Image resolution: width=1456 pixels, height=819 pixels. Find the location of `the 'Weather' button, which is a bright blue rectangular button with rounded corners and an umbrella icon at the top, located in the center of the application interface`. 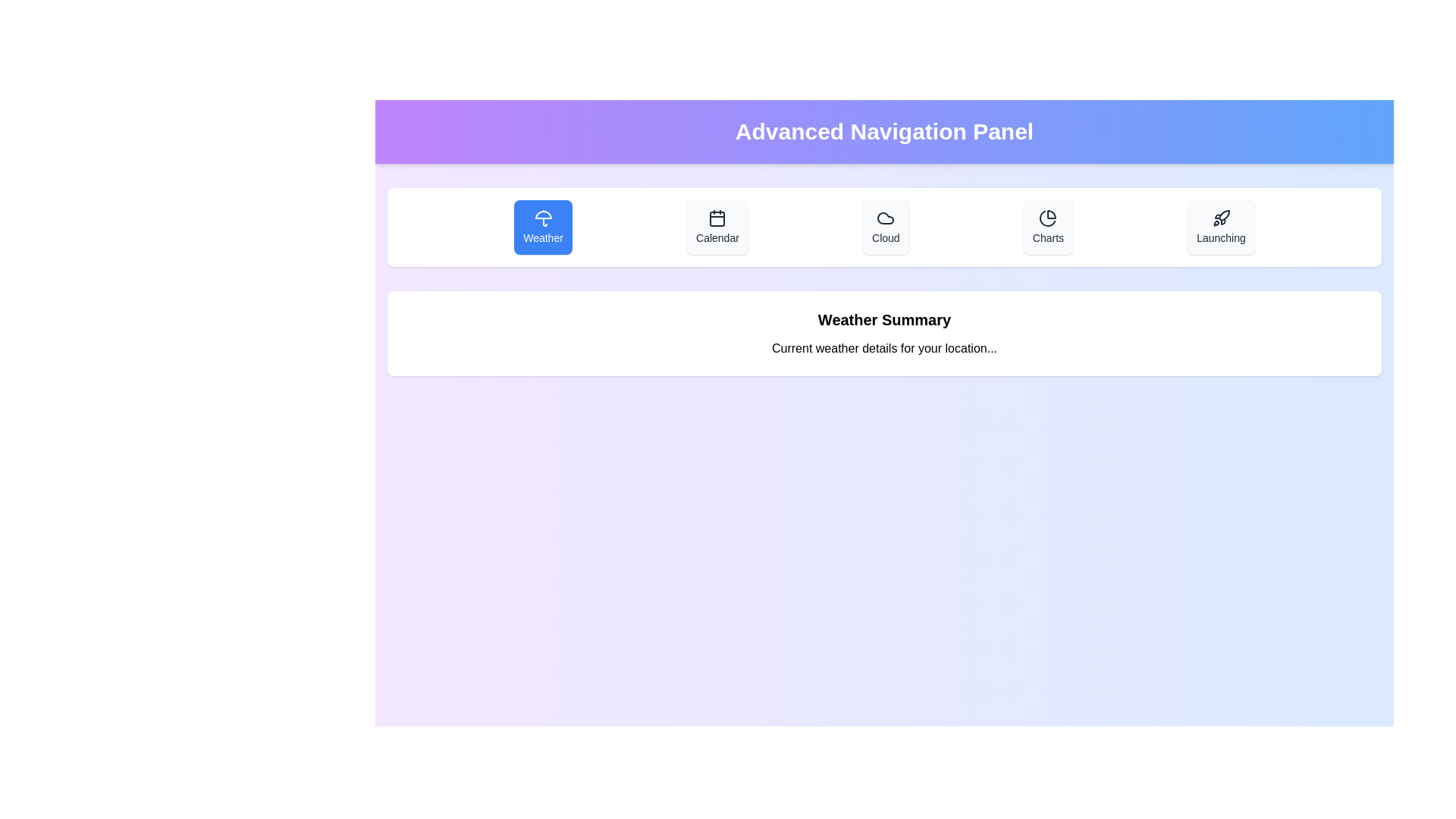

the 'Weather' button, which is a bright blue rectangular button with rounded corners and an umbrella icon at the top, located in the center of the application interface is located at coordinates (543, 227).